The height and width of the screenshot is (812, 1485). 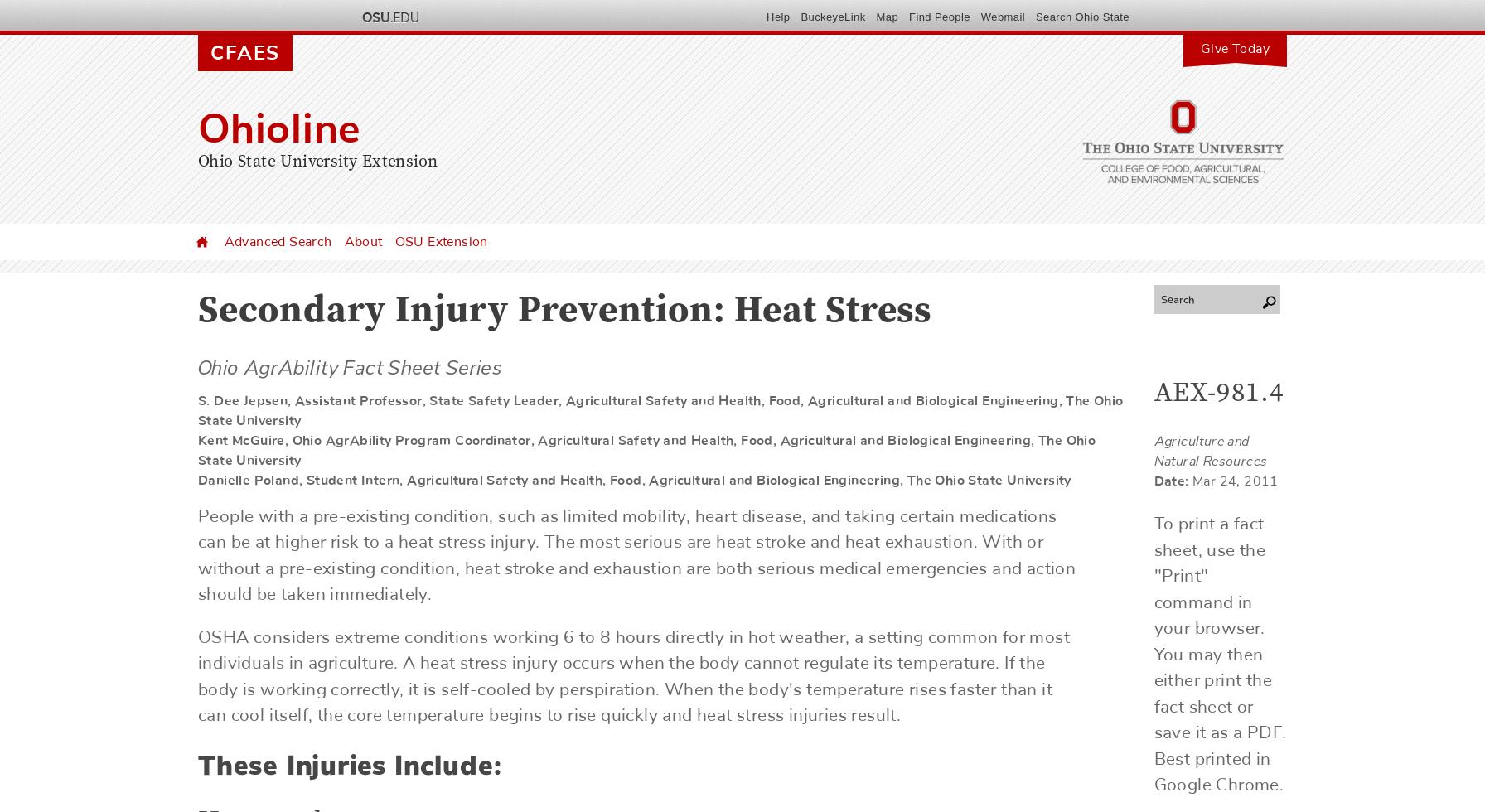 What do you see at coordinates (1154, 394) in the screenshot?
I see `'AEX-981.4'` at bounding box center [1154, 394].